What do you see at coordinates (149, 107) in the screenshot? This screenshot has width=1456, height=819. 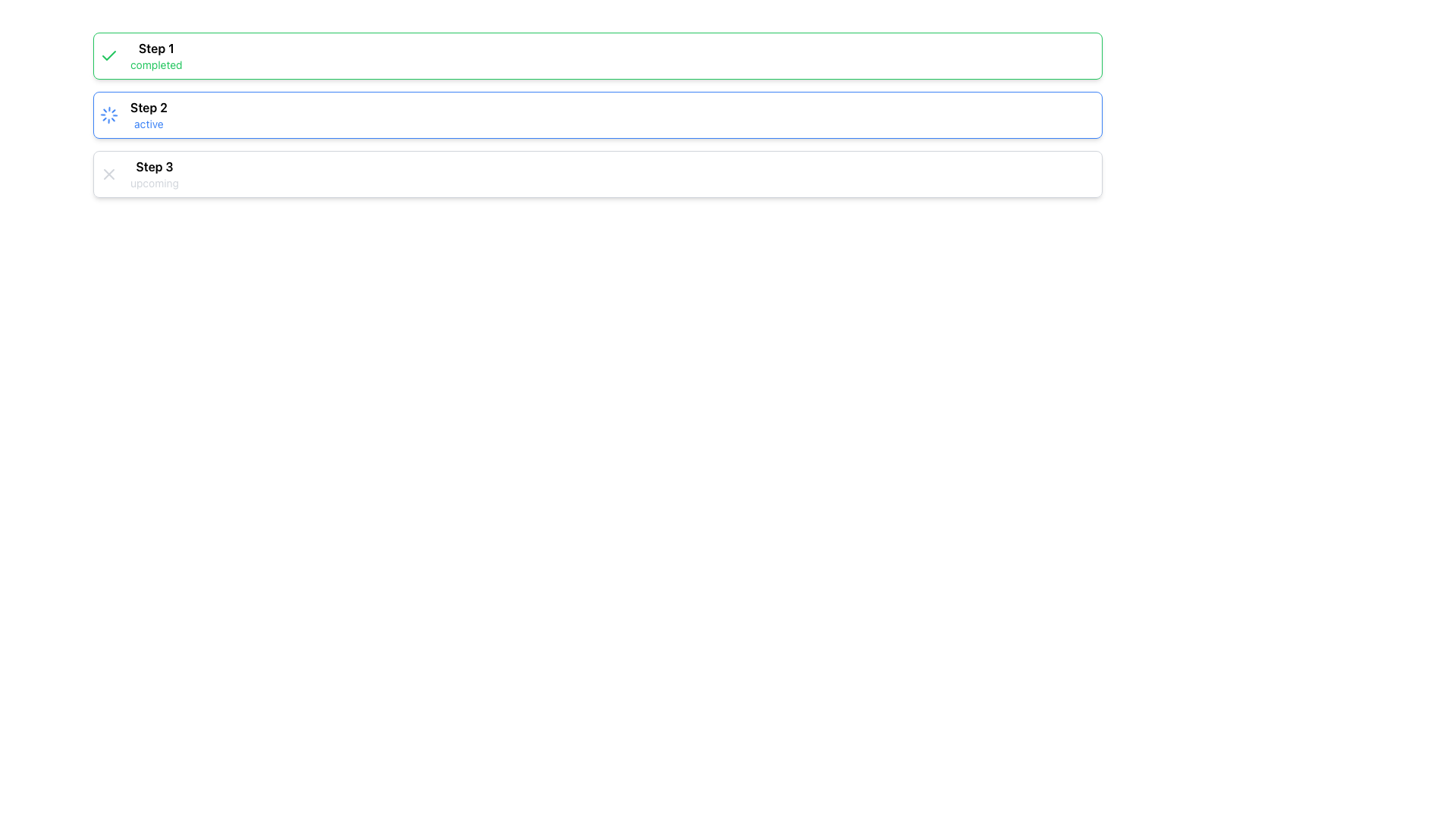 I see `the 'Step 2' label, which is a bold text indicating the second step in a three-step progress indicator` at bounding box center [149, 107].